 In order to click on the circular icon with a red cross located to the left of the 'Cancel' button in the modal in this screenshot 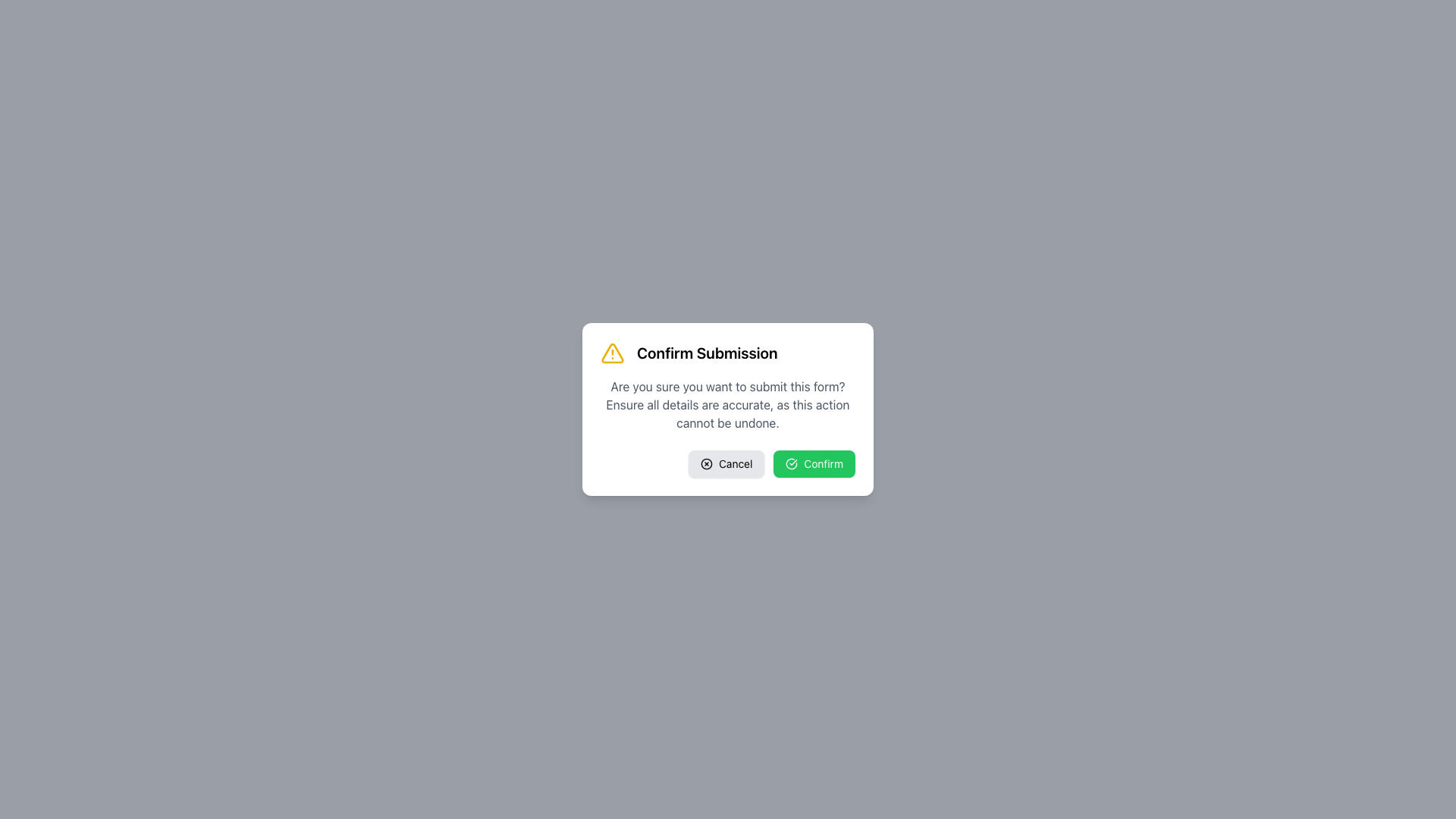, I will do `click(705, 463)`.